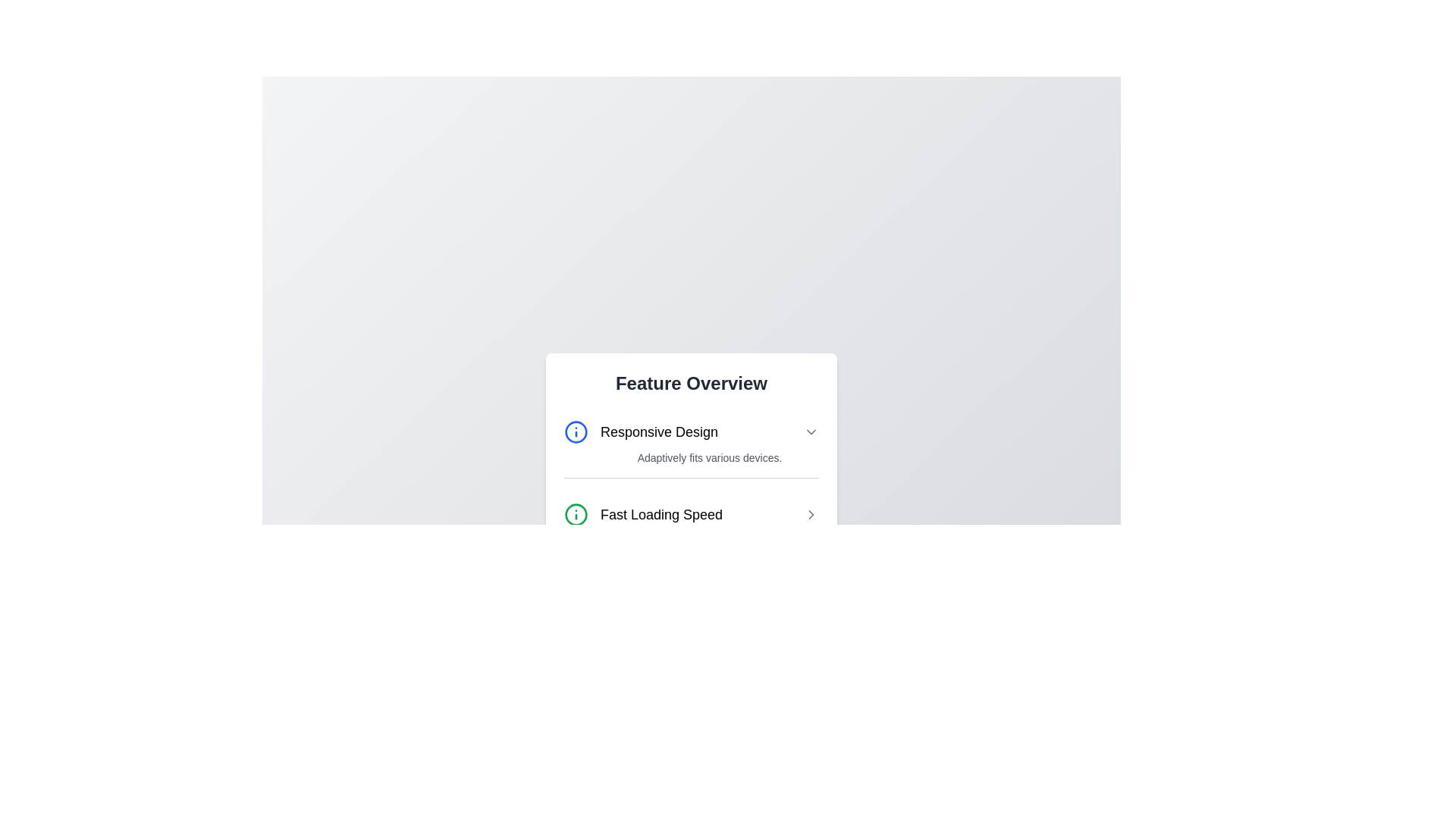  I want to click on the Text label for 'Responsive Design' positioned in the first entry of the 'Feature Overview' card to access related actions, so click(641, 431).